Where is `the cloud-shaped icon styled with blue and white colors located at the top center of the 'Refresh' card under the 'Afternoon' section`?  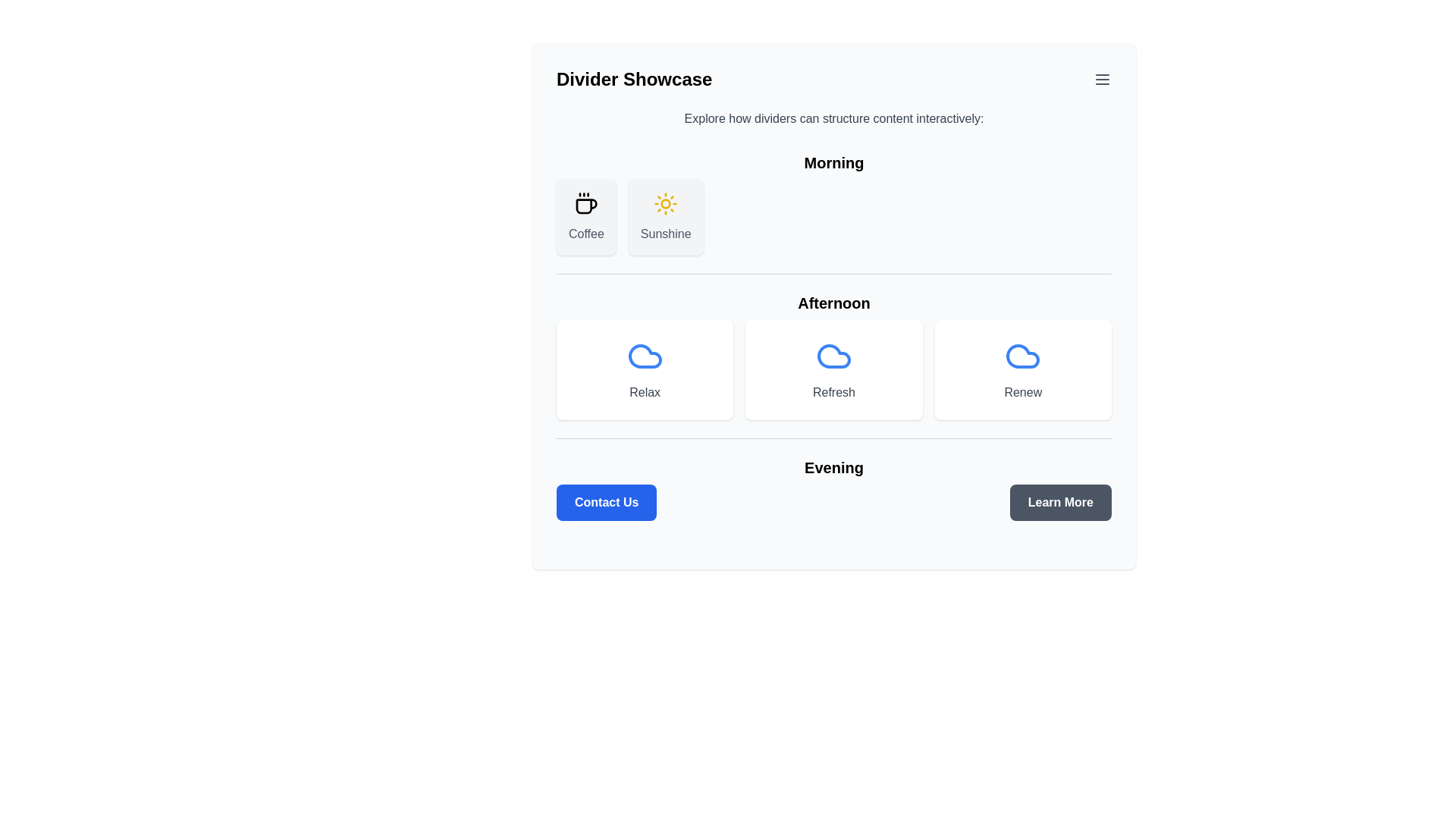
the cloud-shaped icon styled with blue and white colors located at the top center of the 'Refresh' card under the 'Afternoon' section is located at coordinates (833, 356).